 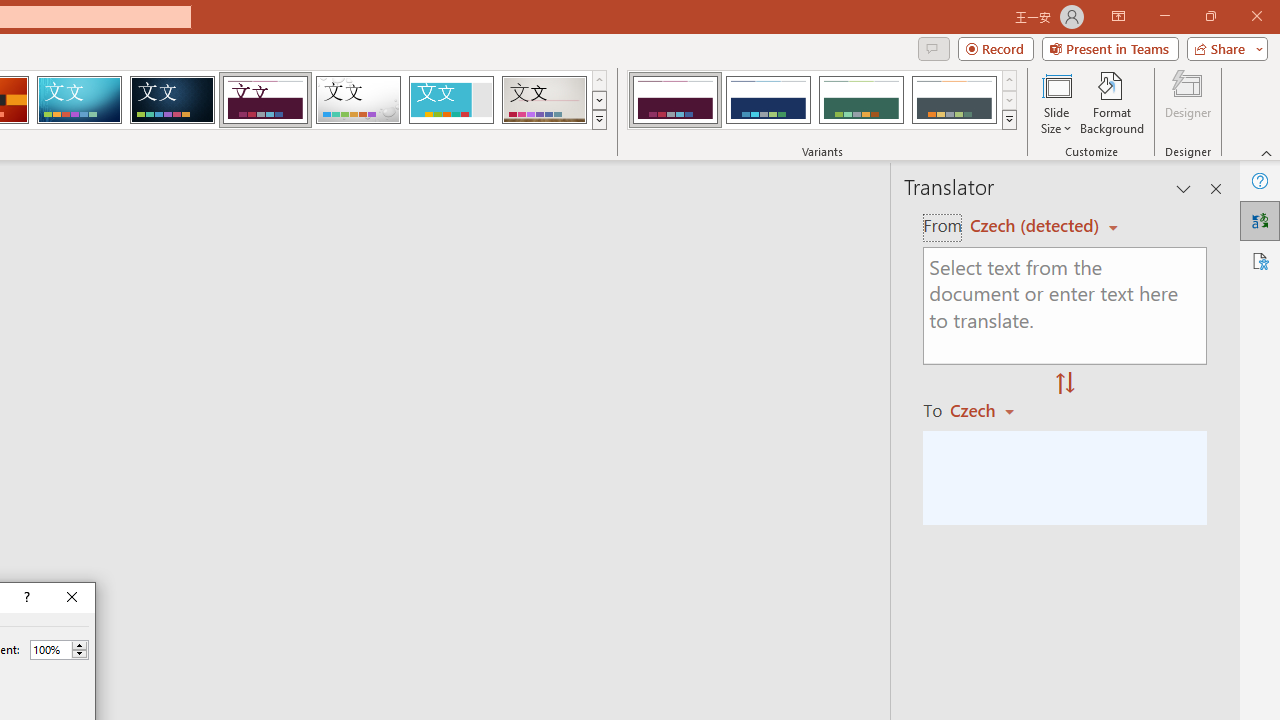 What do you see at coordinates (72, 596) in the screenshot?
I see `'Close'` at bounding box center [72, 596].